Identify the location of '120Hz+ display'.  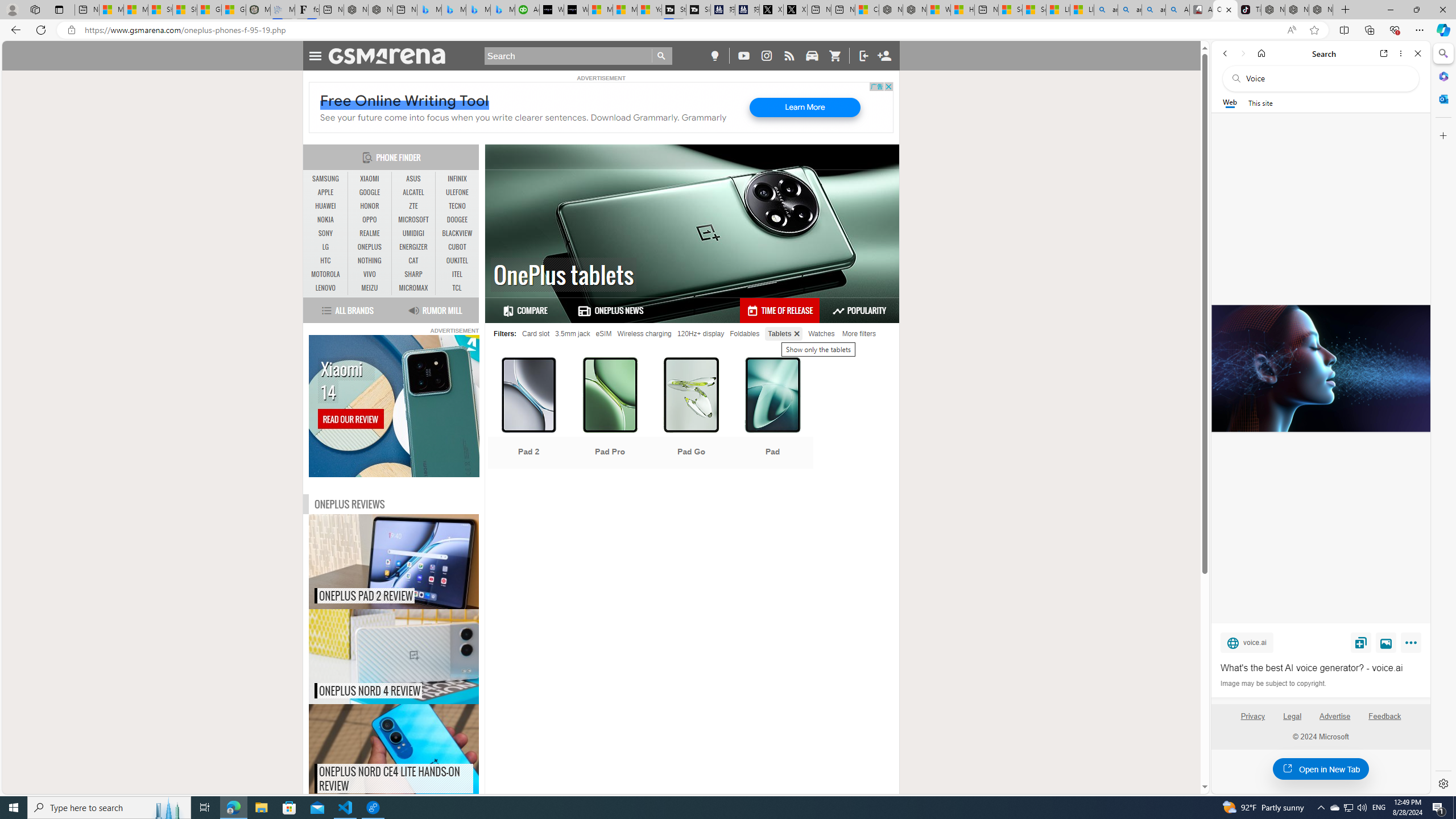
(700, 333).